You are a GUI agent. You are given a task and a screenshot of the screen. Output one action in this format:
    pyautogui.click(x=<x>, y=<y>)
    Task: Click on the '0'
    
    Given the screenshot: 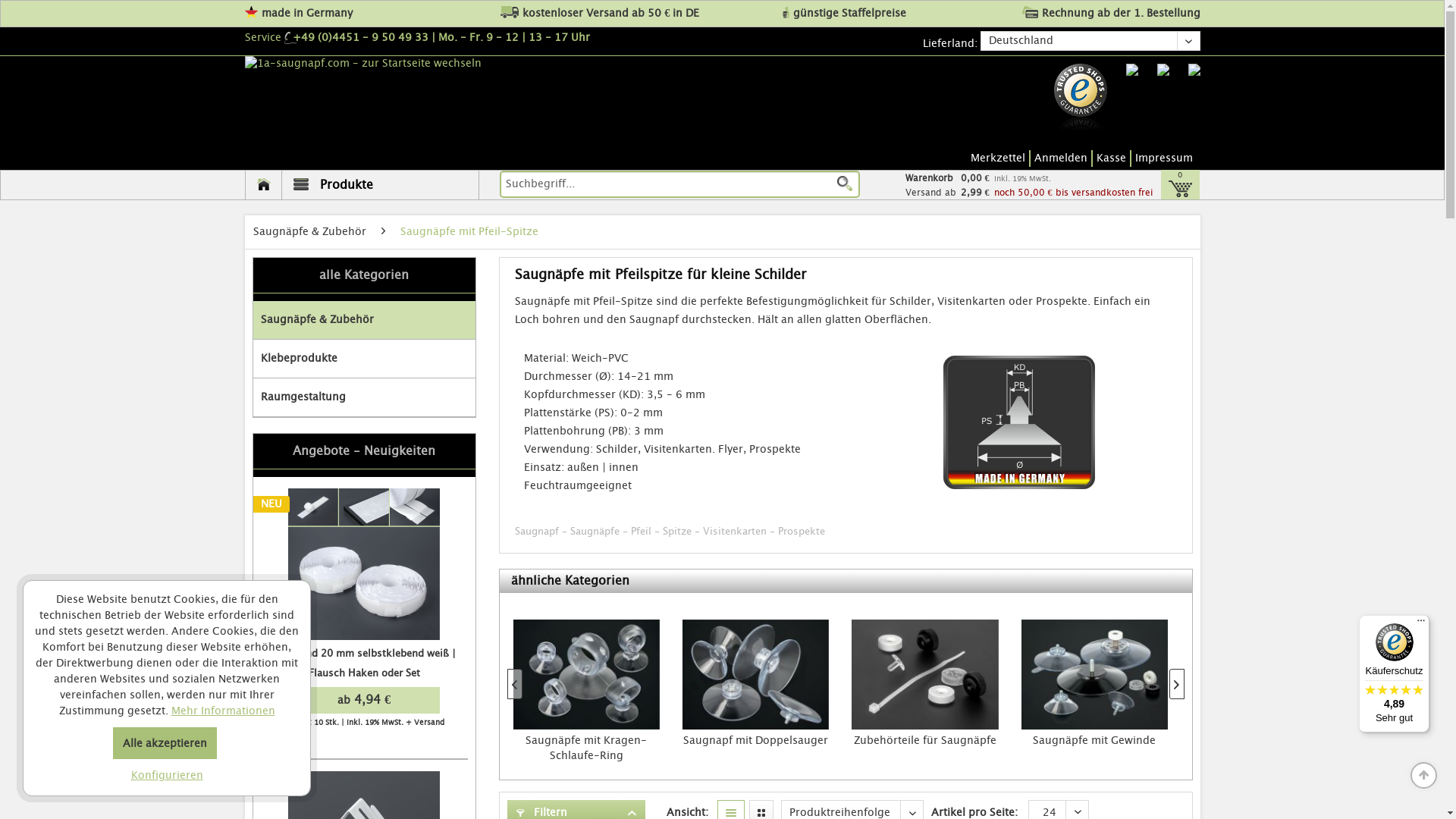 What is the action you would take?
    pyautogui.click(x=1175, y=184)
    